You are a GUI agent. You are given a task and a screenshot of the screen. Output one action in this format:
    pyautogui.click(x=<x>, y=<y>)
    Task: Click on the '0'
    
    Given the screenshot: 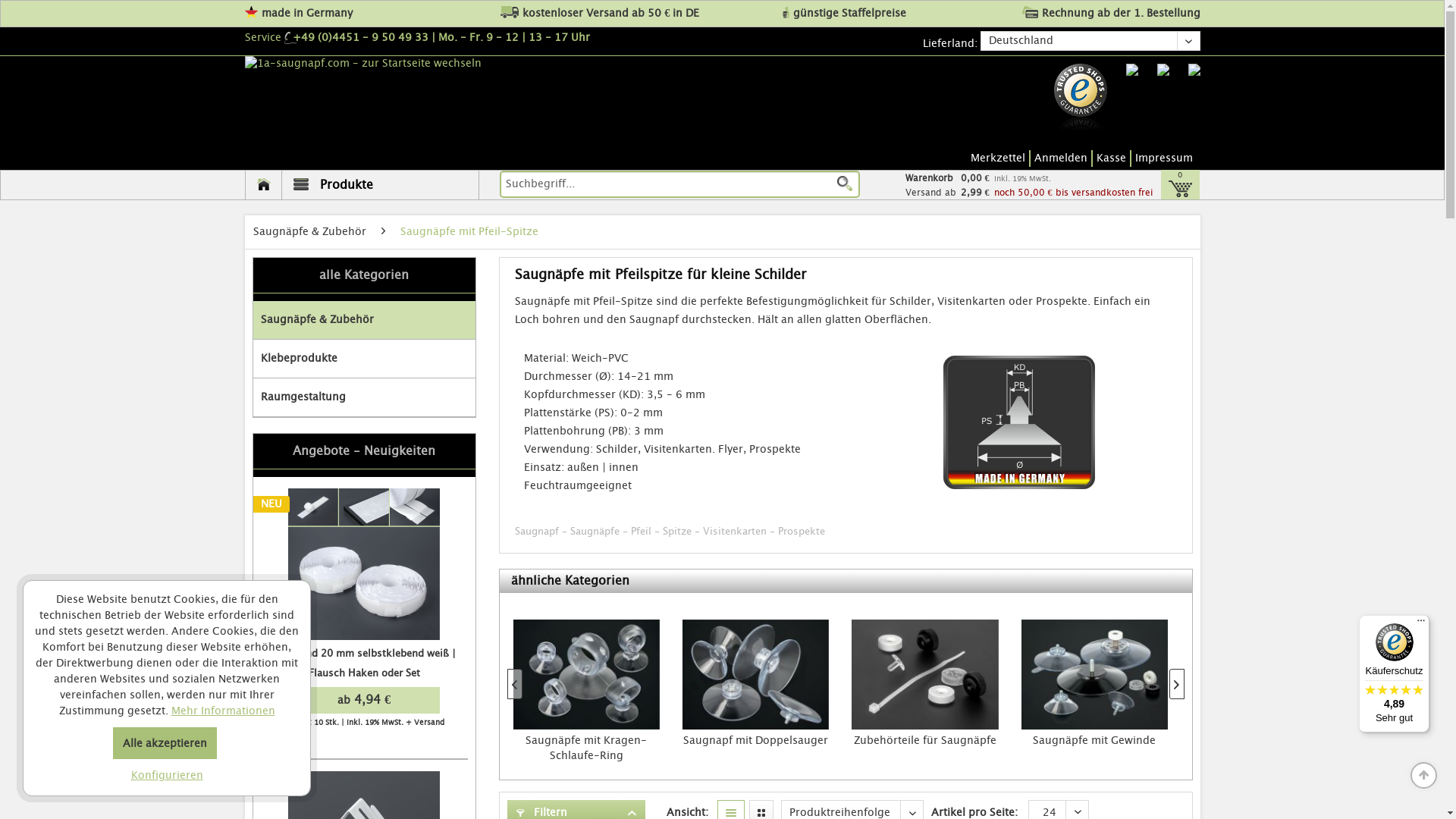 What is the action you would take?
    pyautogui.click(x=1175, y=184)
    